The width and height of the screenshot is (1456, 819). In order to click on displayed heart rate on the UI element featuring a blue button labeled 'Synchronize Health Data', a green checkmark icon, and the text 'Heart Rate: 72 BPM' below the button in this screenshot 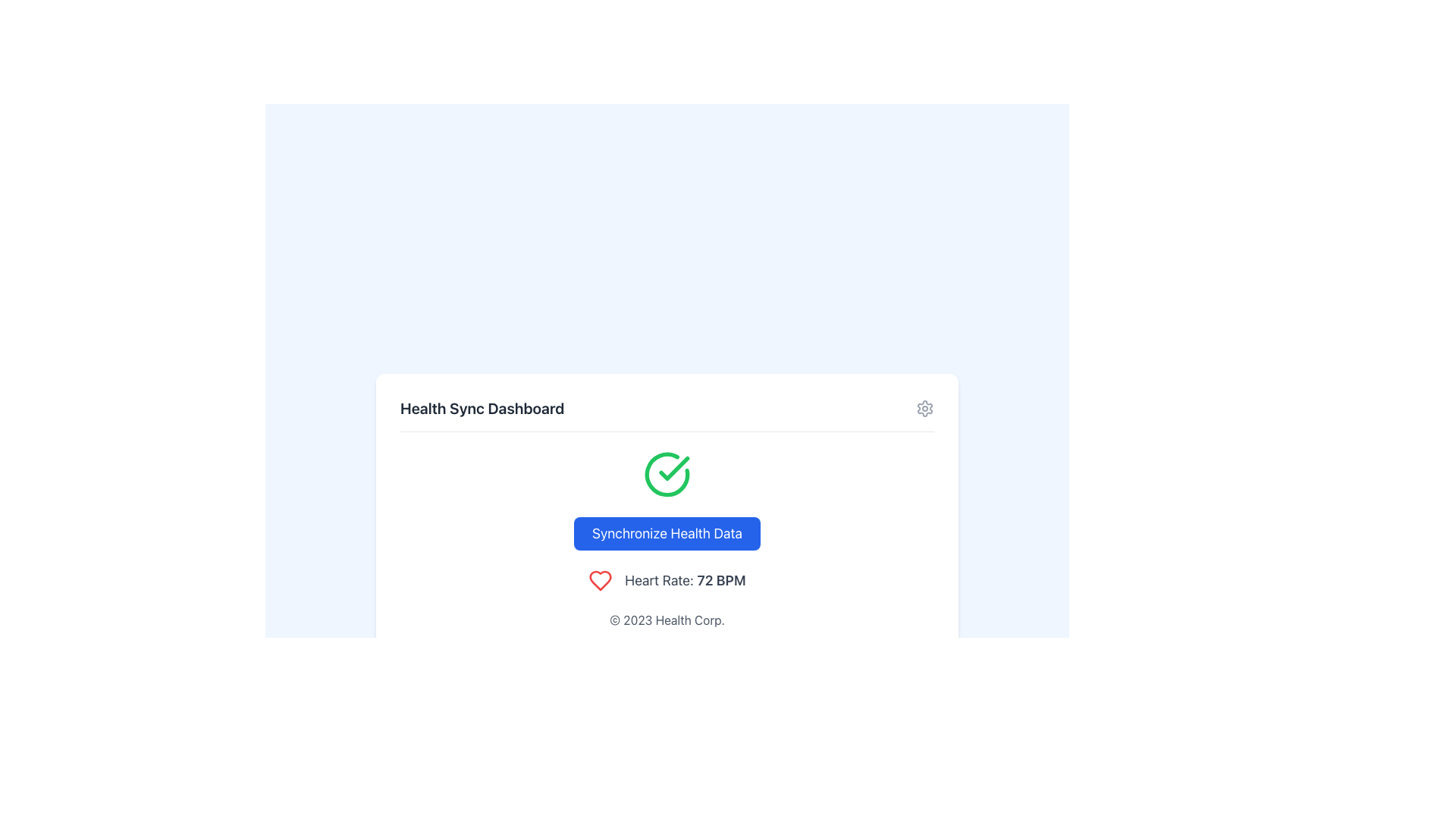, I will do `click(667, 520)`.